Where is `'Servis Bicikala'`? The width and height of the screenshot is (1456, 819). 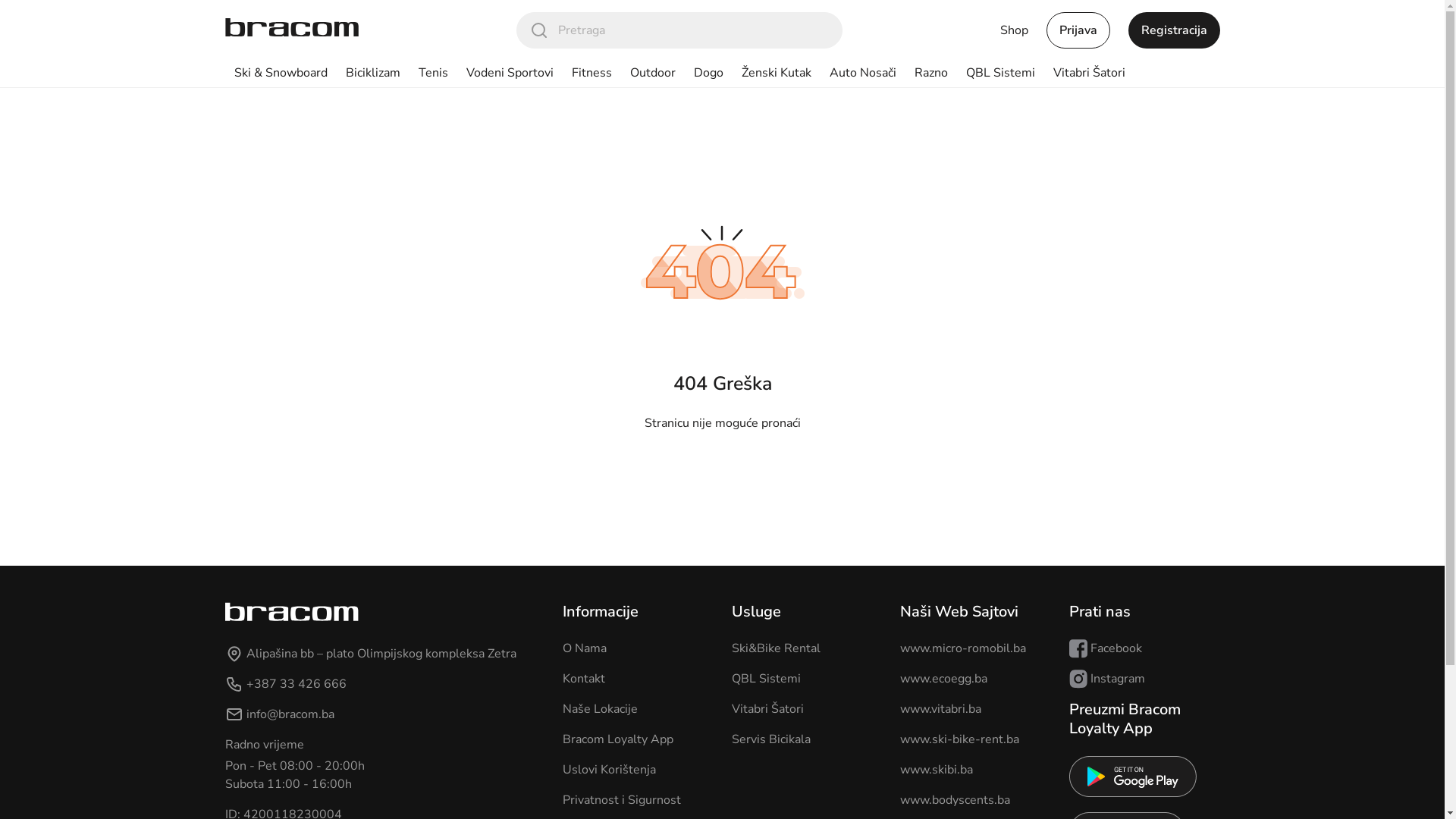 'Servis Bicikala' is located at coordinates (770, 739).